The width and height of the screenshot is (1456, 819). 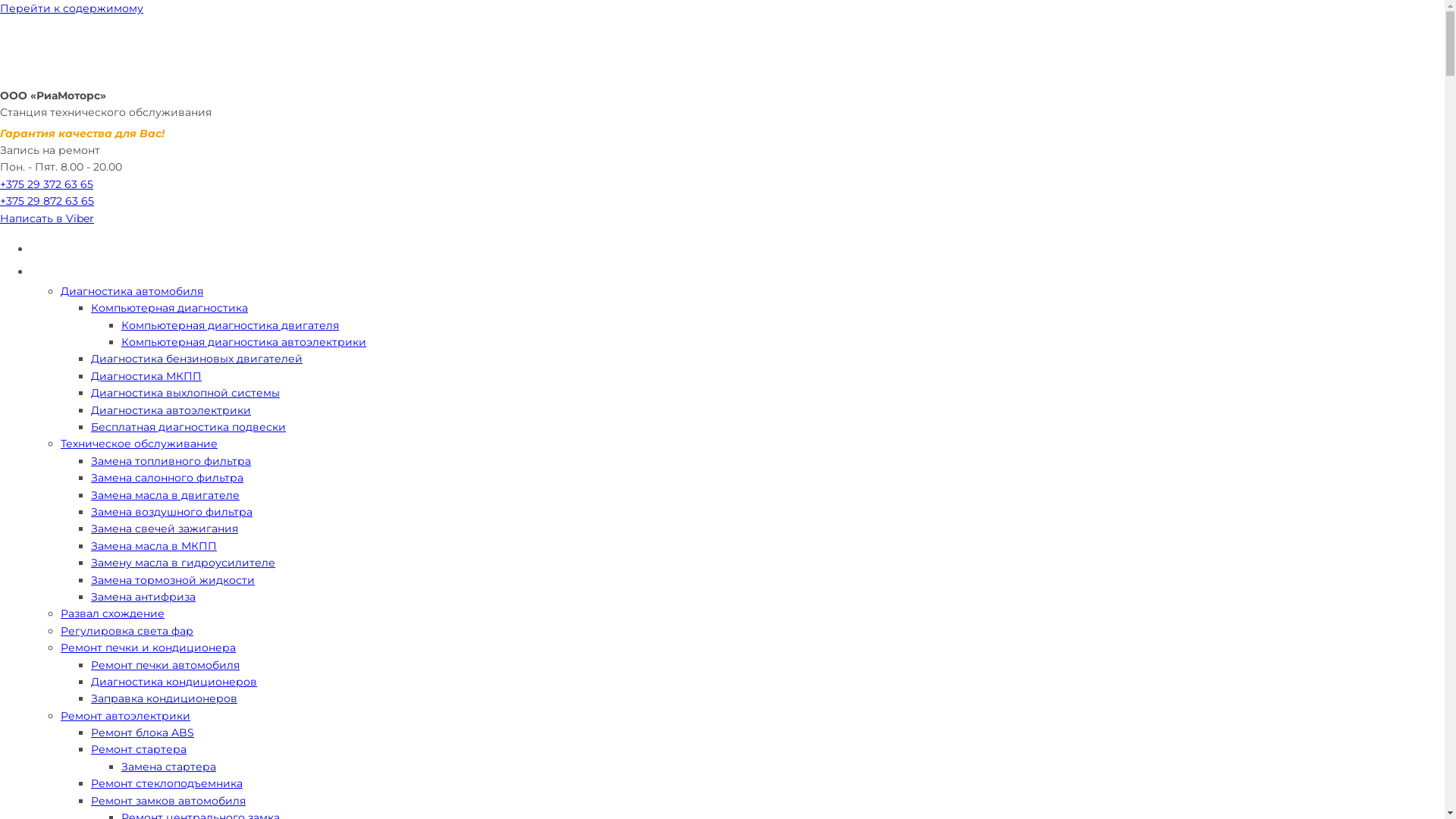 I want to click on '+375 29 372 63 65', so click(x=46, y=184).